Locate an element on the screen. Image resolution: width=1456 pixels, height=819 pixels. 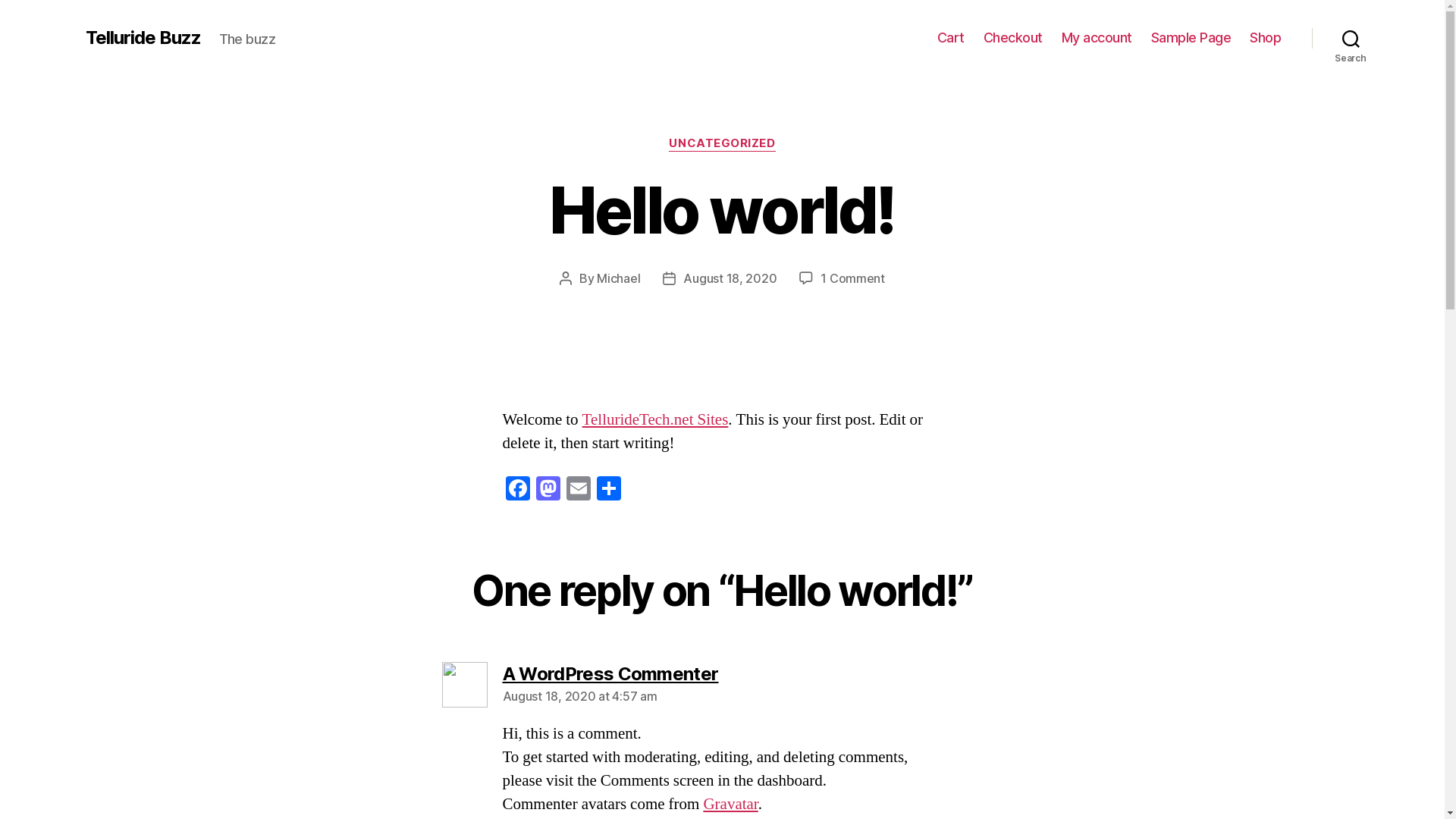
'TellurideTech.net Sites' is located at coordinates (582, 419).